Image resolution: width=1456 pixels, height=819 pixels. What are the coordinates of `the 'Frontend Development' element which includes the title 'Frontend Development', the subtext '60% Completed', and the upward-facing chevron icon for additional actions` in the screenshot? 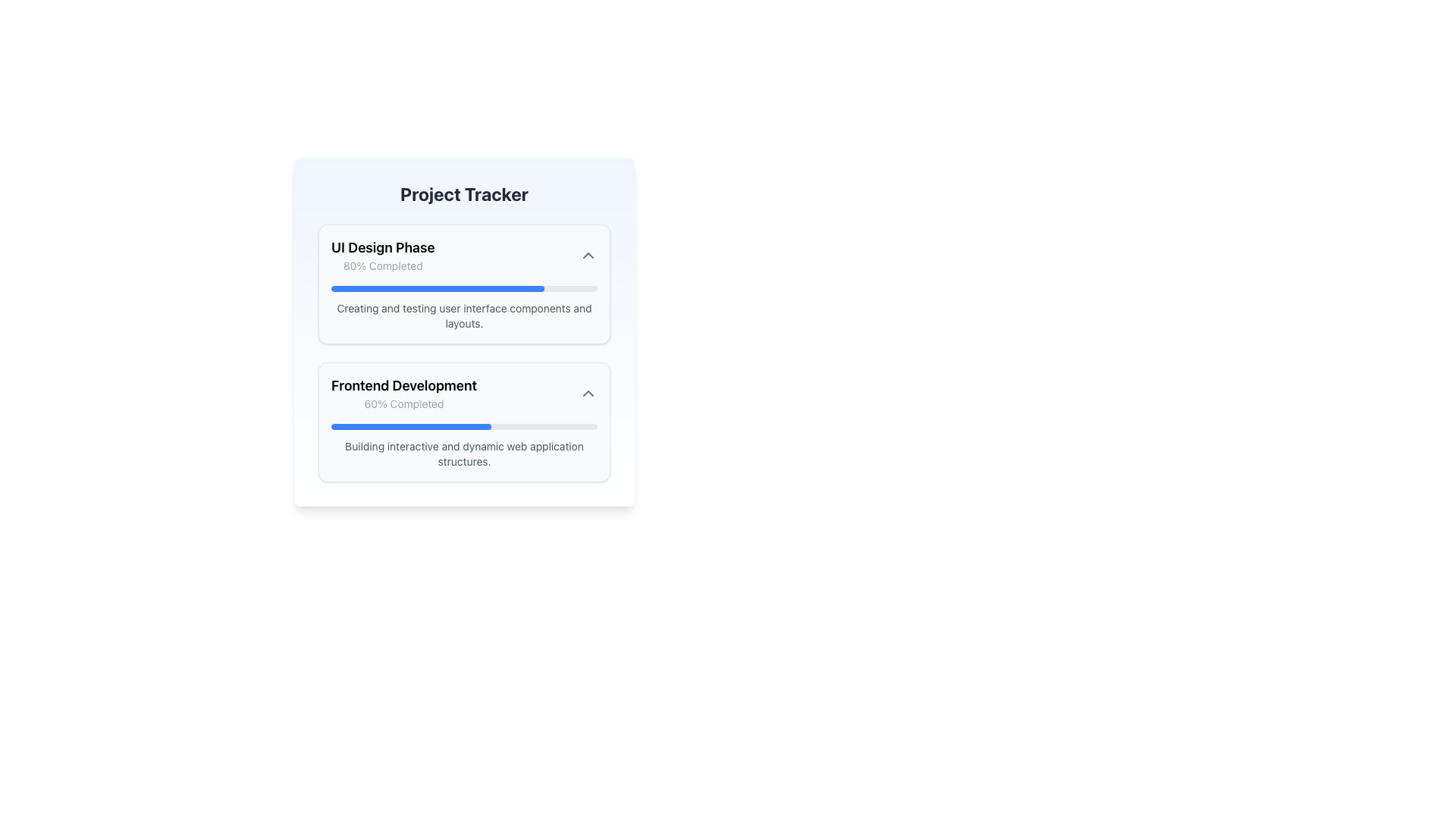 It's located at (463, 393).